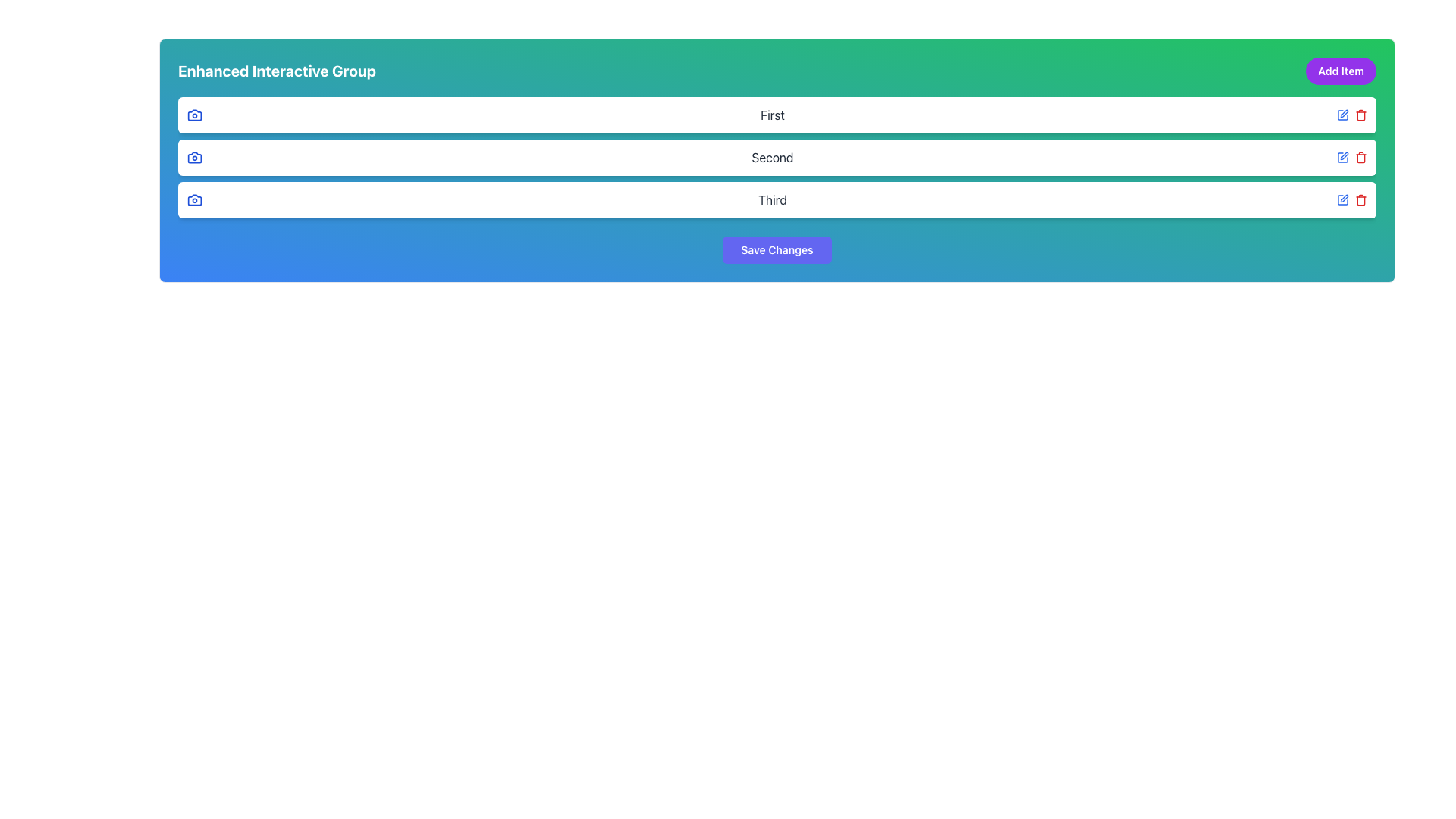  I want to click on the icon button that allows users to initiate an edit action for the item labeled 'Third', which is located directly to the left of a red trashcan icon, so click(1343, 199).